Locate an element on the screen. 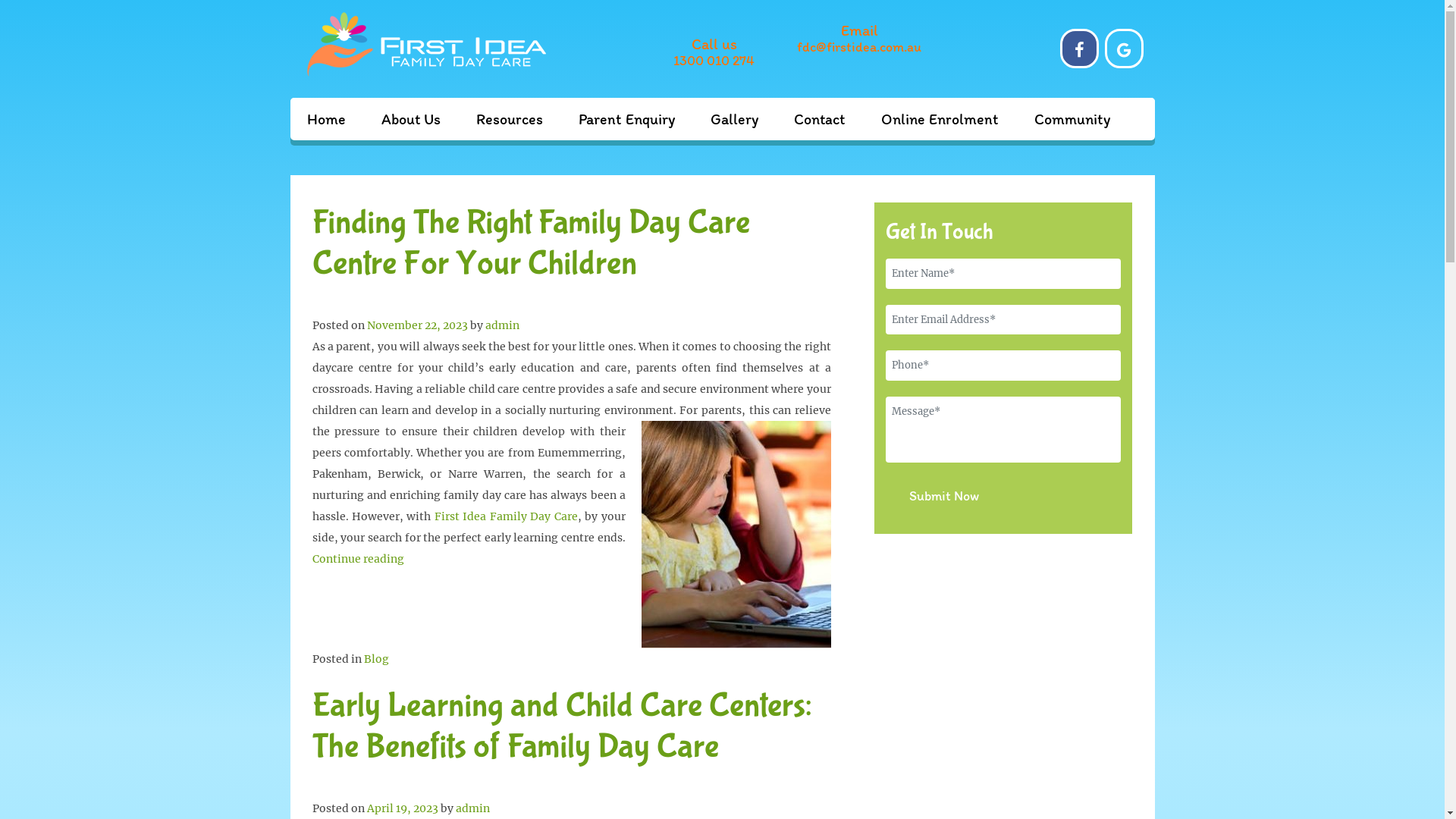 The width and height of the screenshot is (1456, 819). '1300 010 274' is located at coordinates (651, 60).